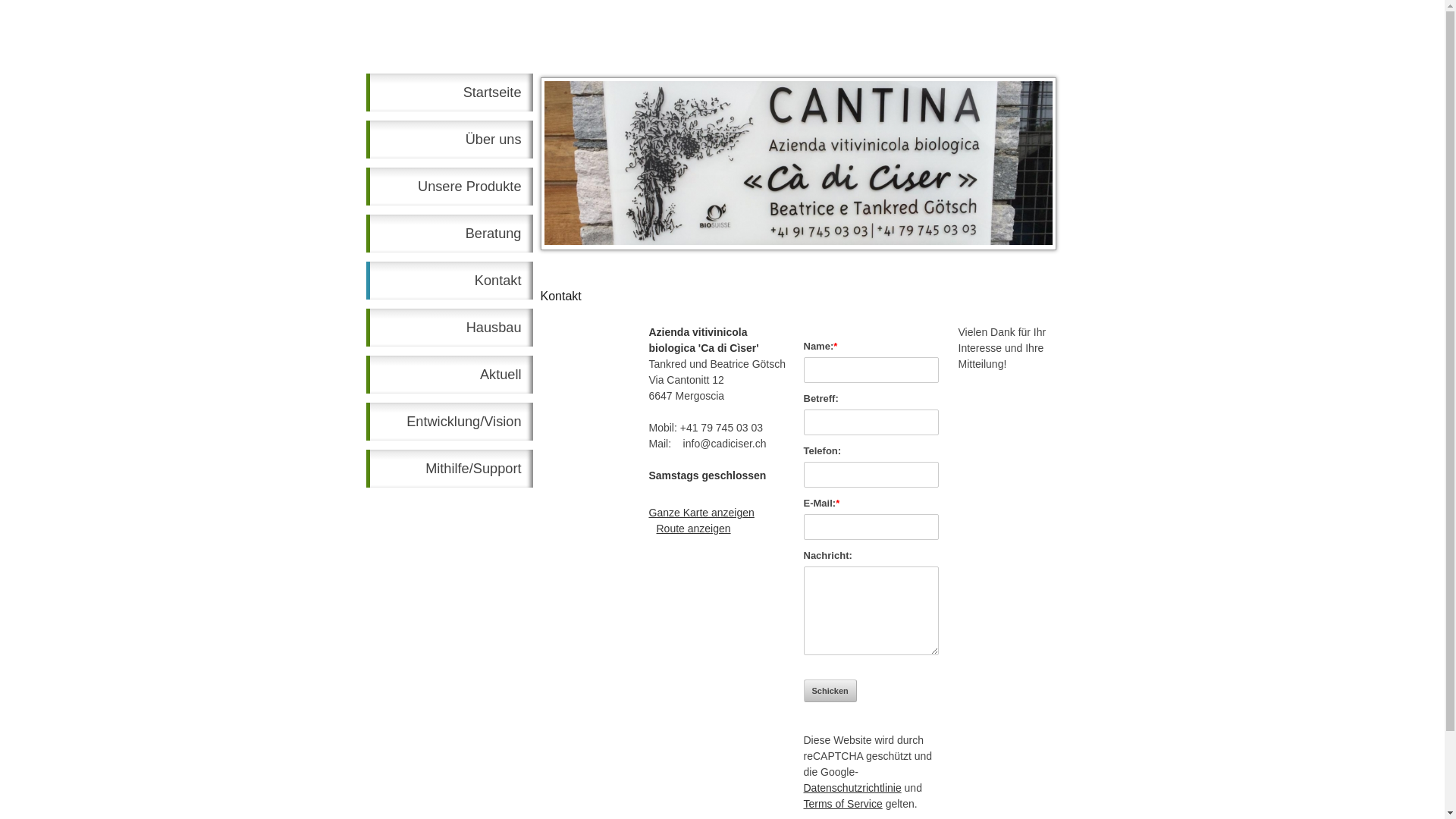  What do you see at coordinates (852, 786) in the screenshot?
I see `'Datenschutzrichtlinie'` at bounding box center [852, 786].